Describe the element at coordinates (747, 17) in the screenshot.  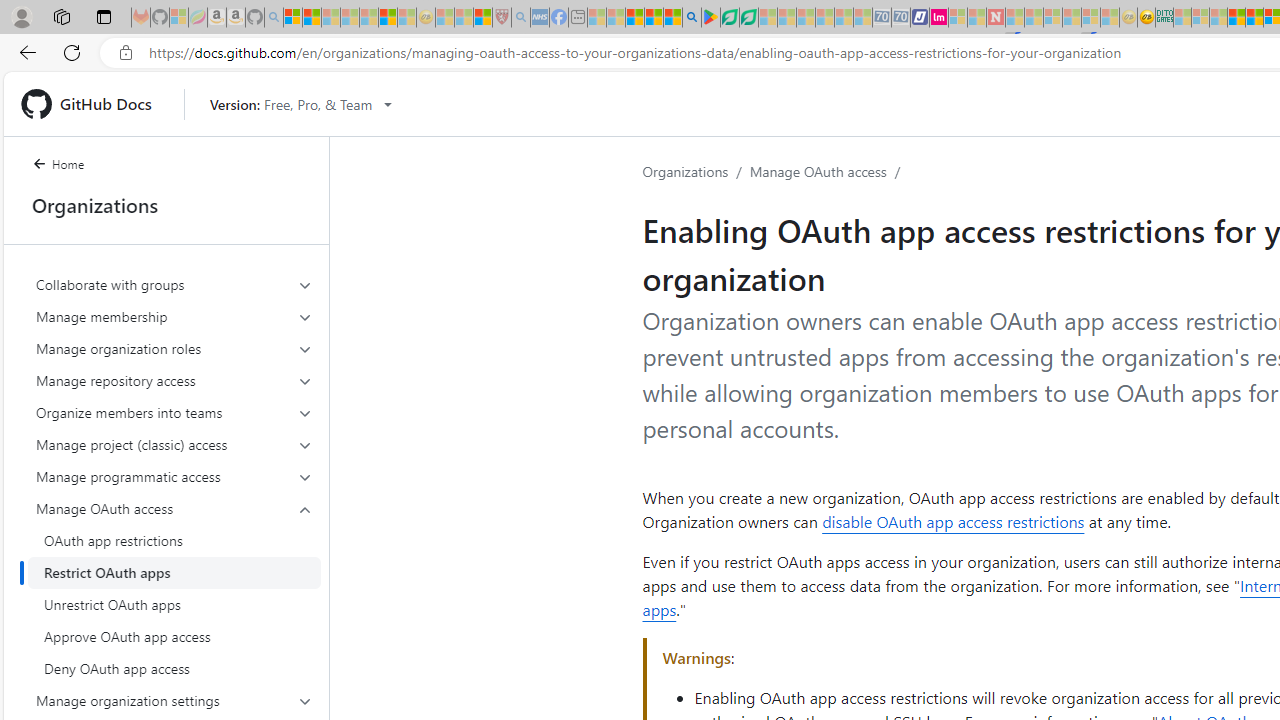
I see `'Microsoft Word - consumer-privacy address update 2.2021'` at that location.